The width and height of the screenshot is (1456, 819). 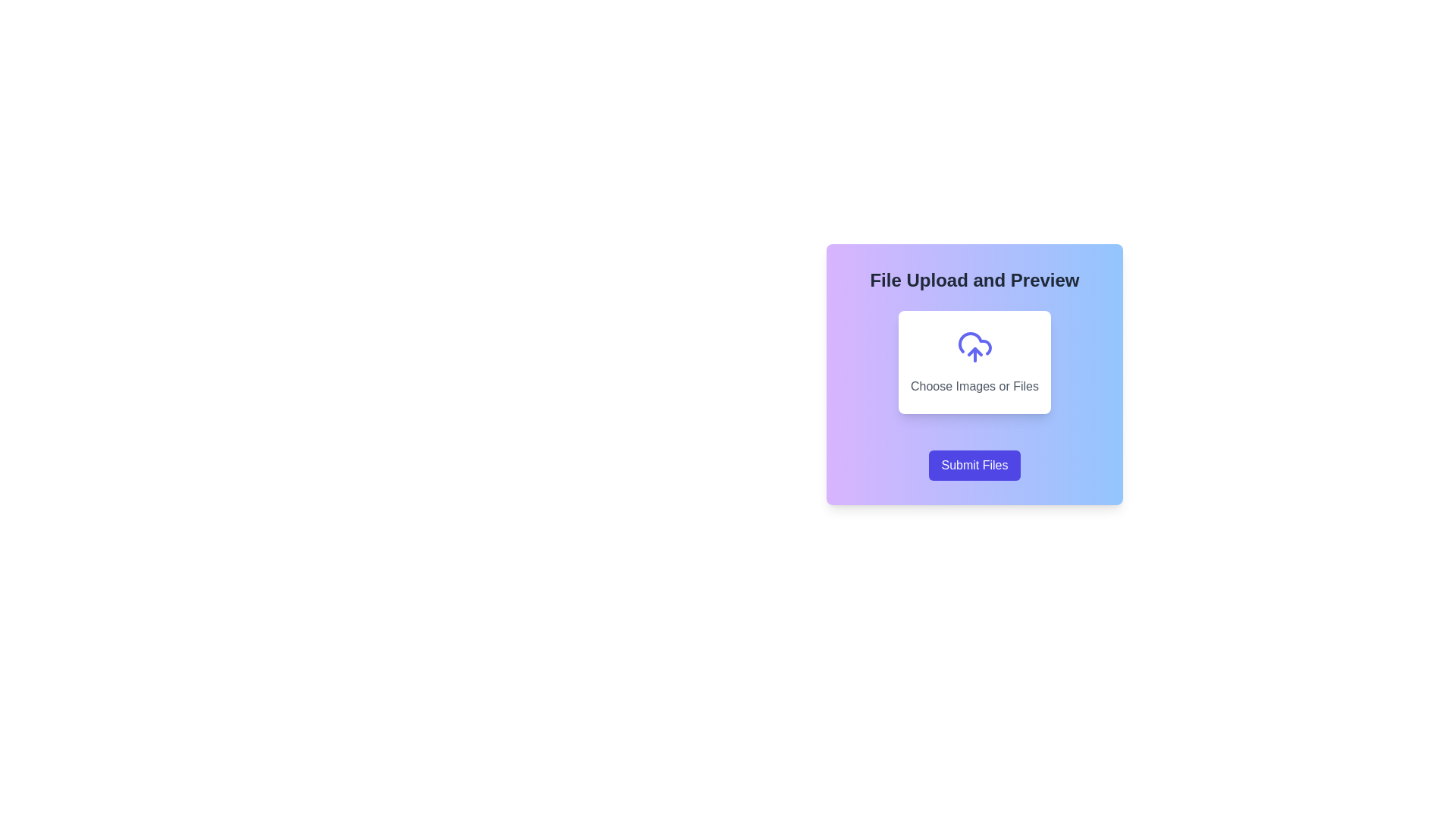 What do you see at coordinates (974, 344) in the screenshot?
I see `the bottom-left rounded portion of the cloud icon within the 'Choose Images or Files' card, which is part of the SVG graphic representing a cloud with an upward arrow` at bounding box center [974, 344].